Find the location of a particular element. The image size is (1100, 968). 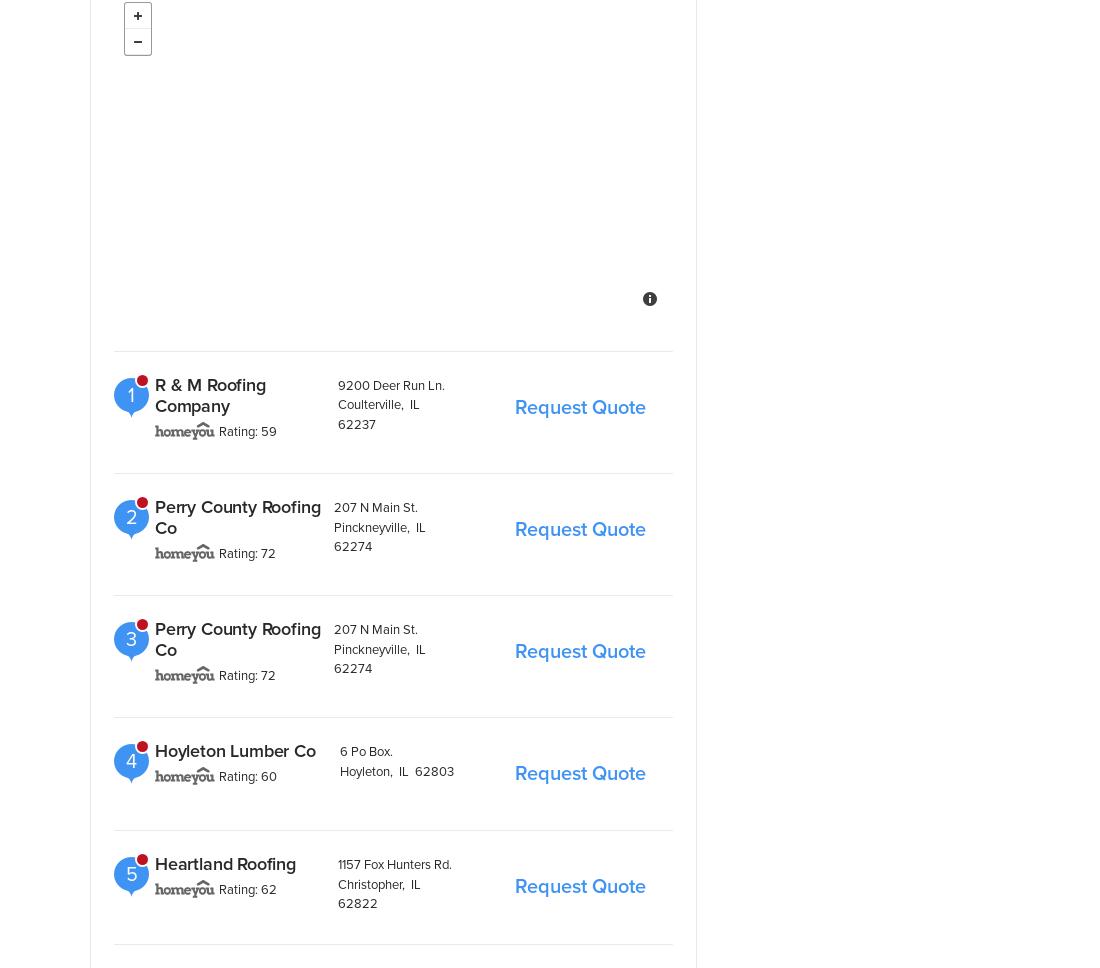

'62237' is located at coordinates (355, 423).